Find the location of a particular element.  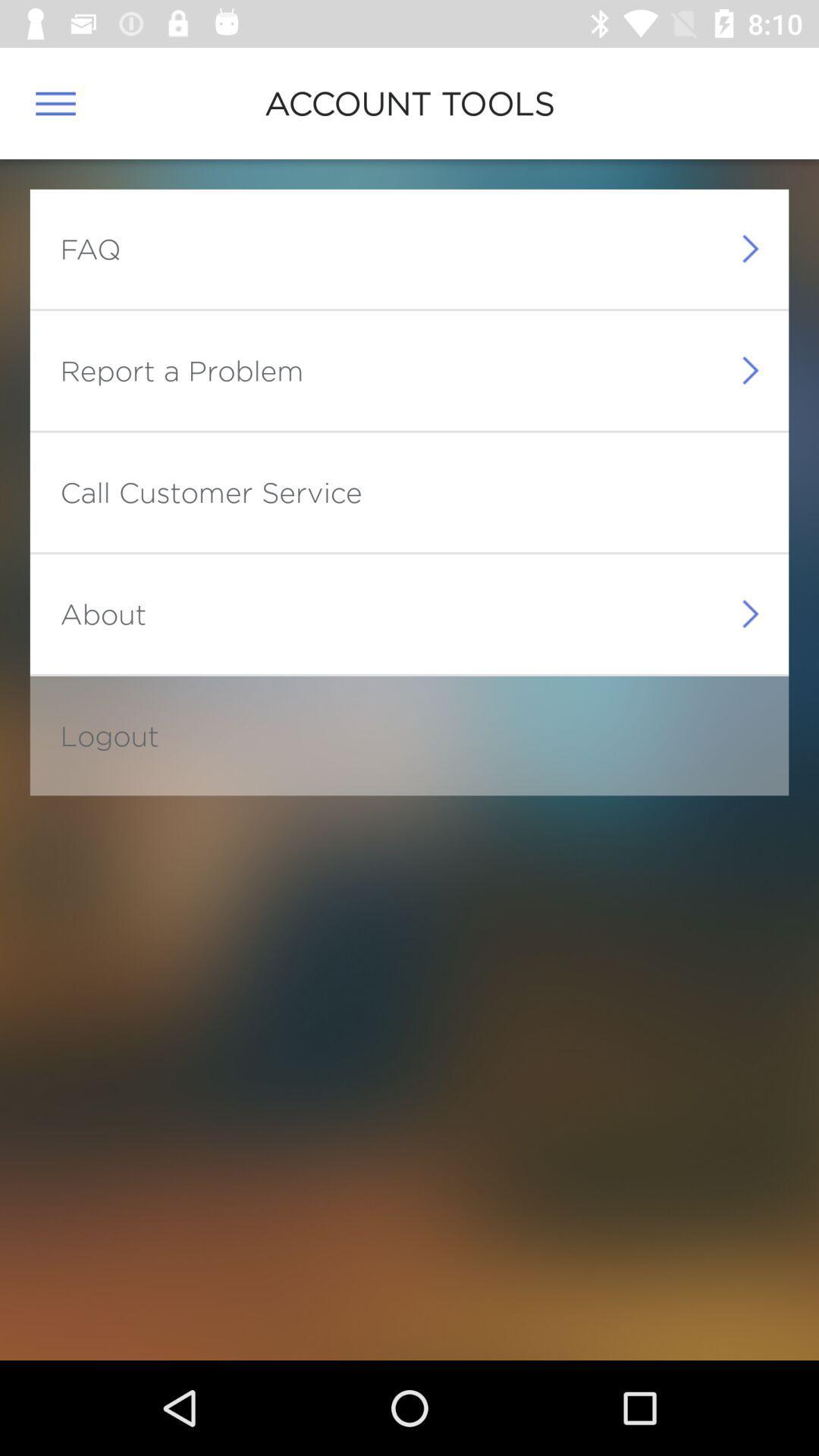

report a problem item is located at coordinates (180, 370).